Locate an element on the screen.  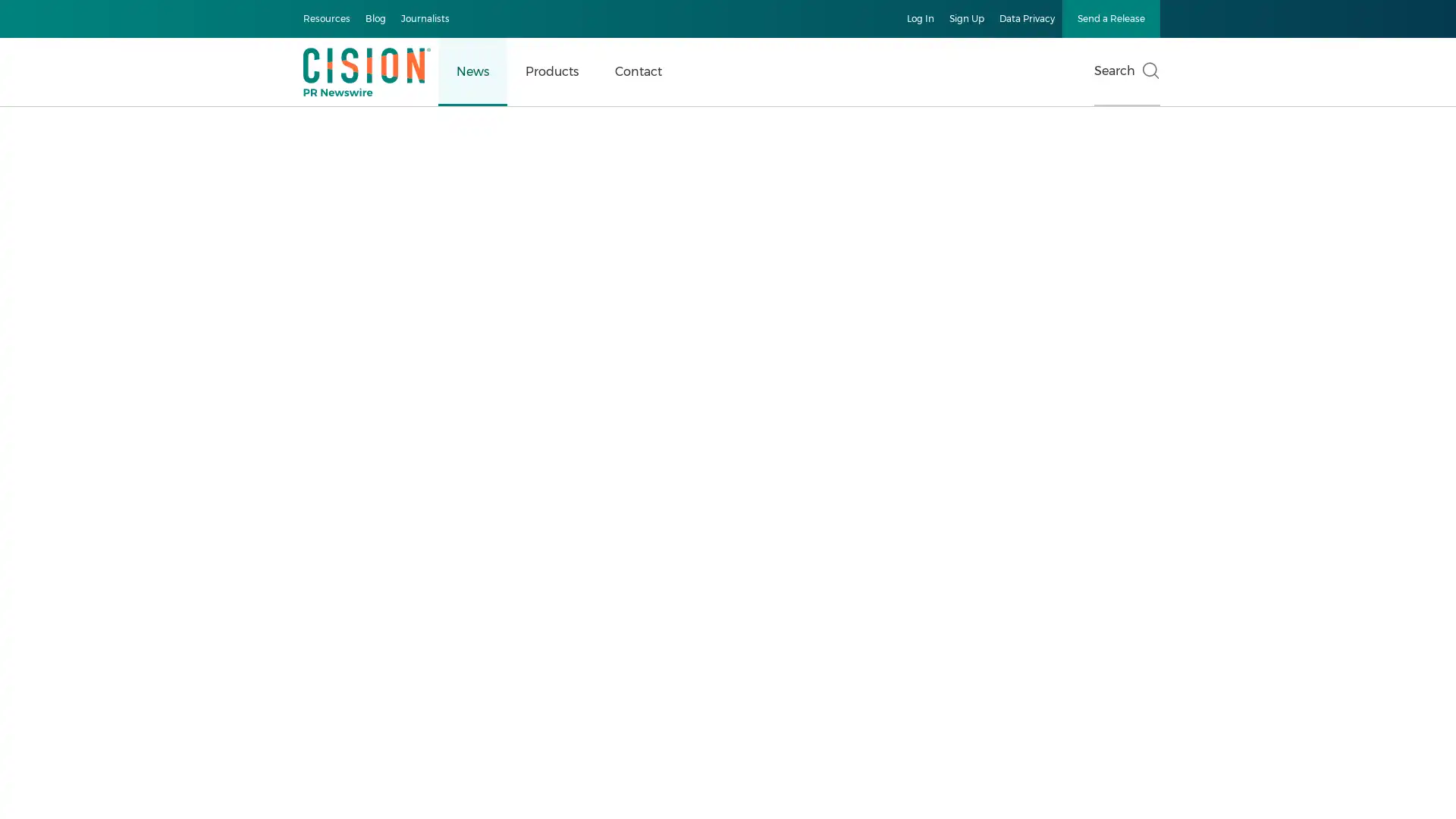
Search is located at coordinates (1127, 72).